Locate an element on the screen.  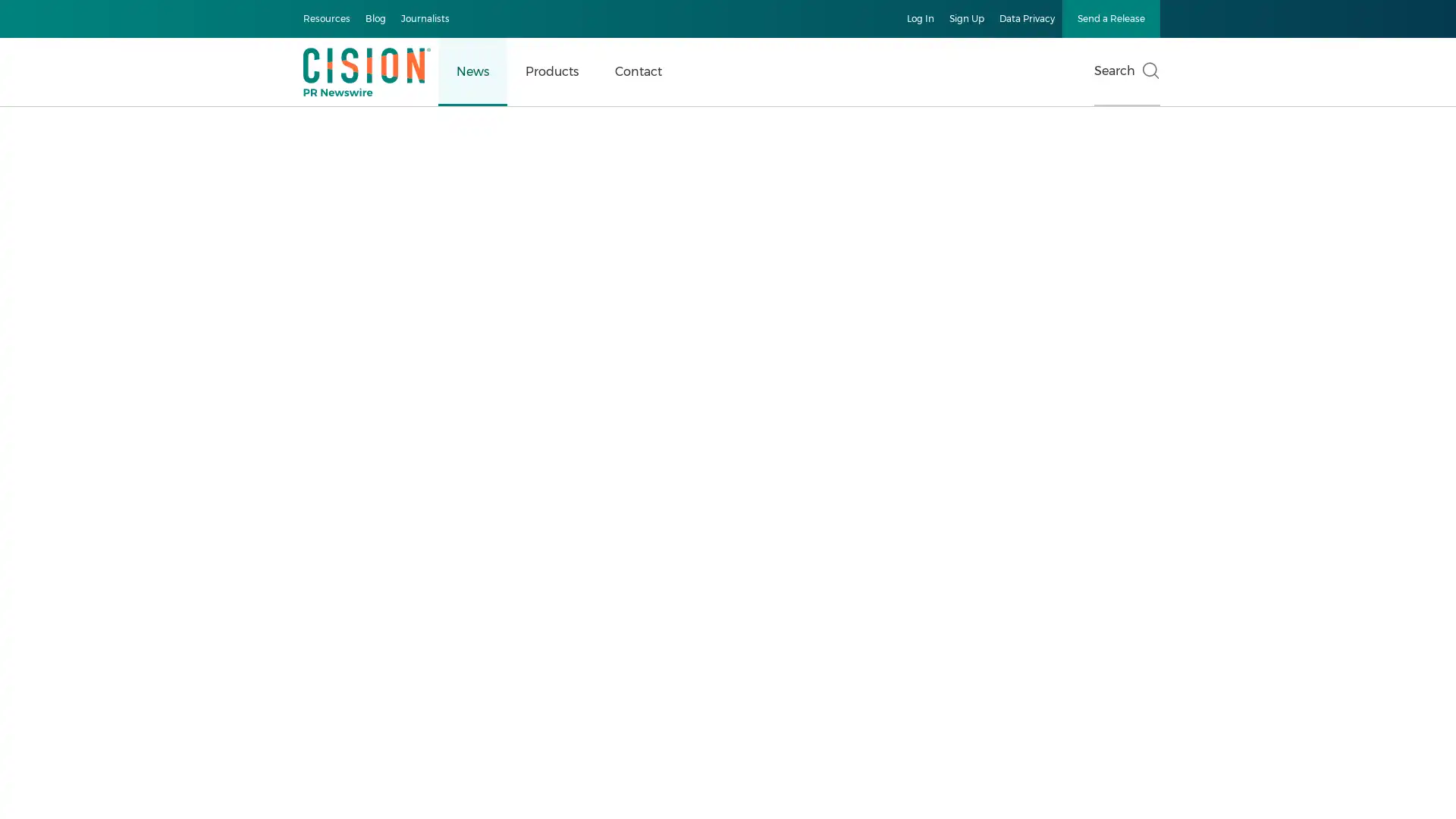
Search is located at coordinates (1127, 72).